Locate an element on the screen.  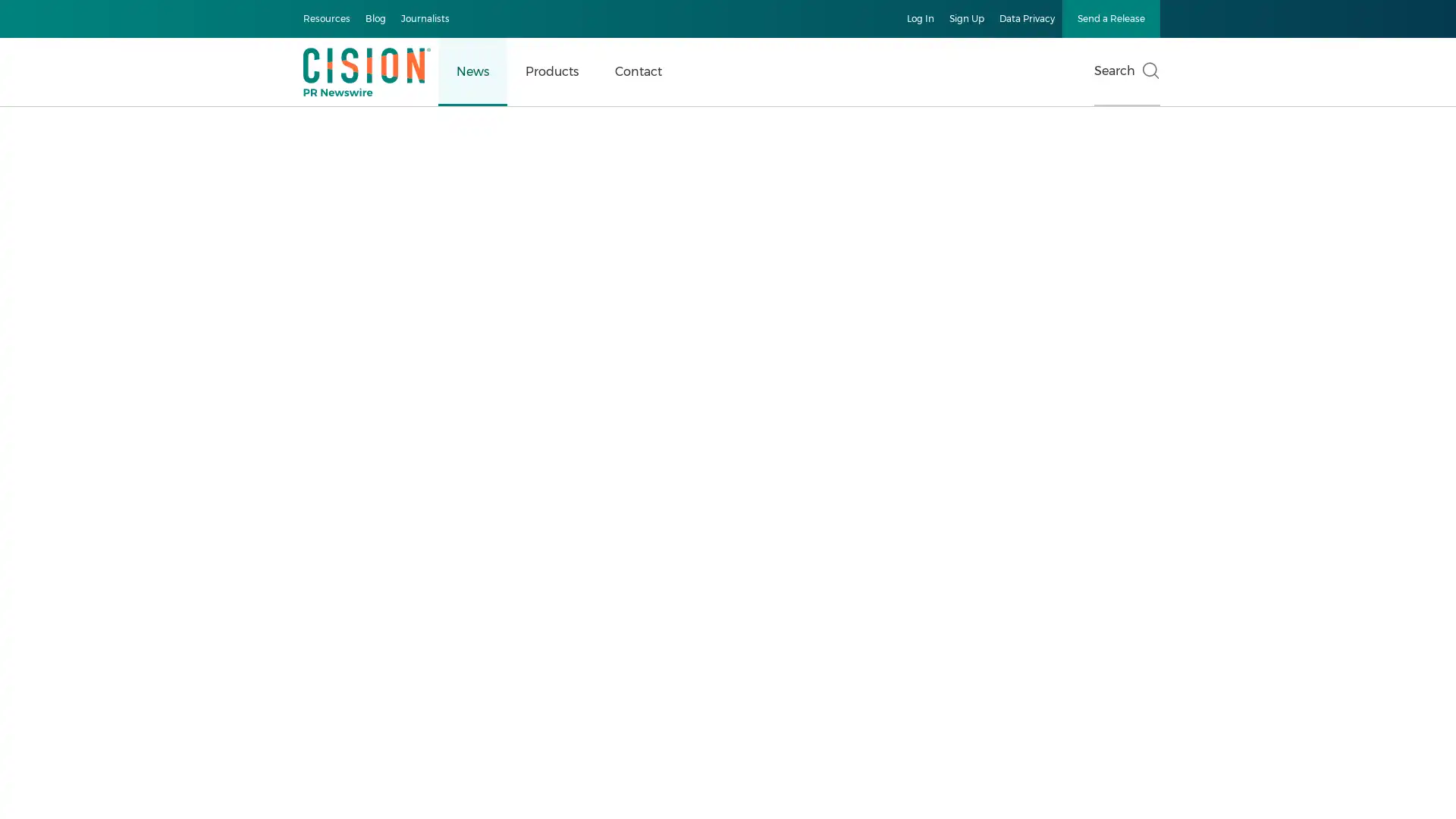
Search is located at coordinates (1127, 72).